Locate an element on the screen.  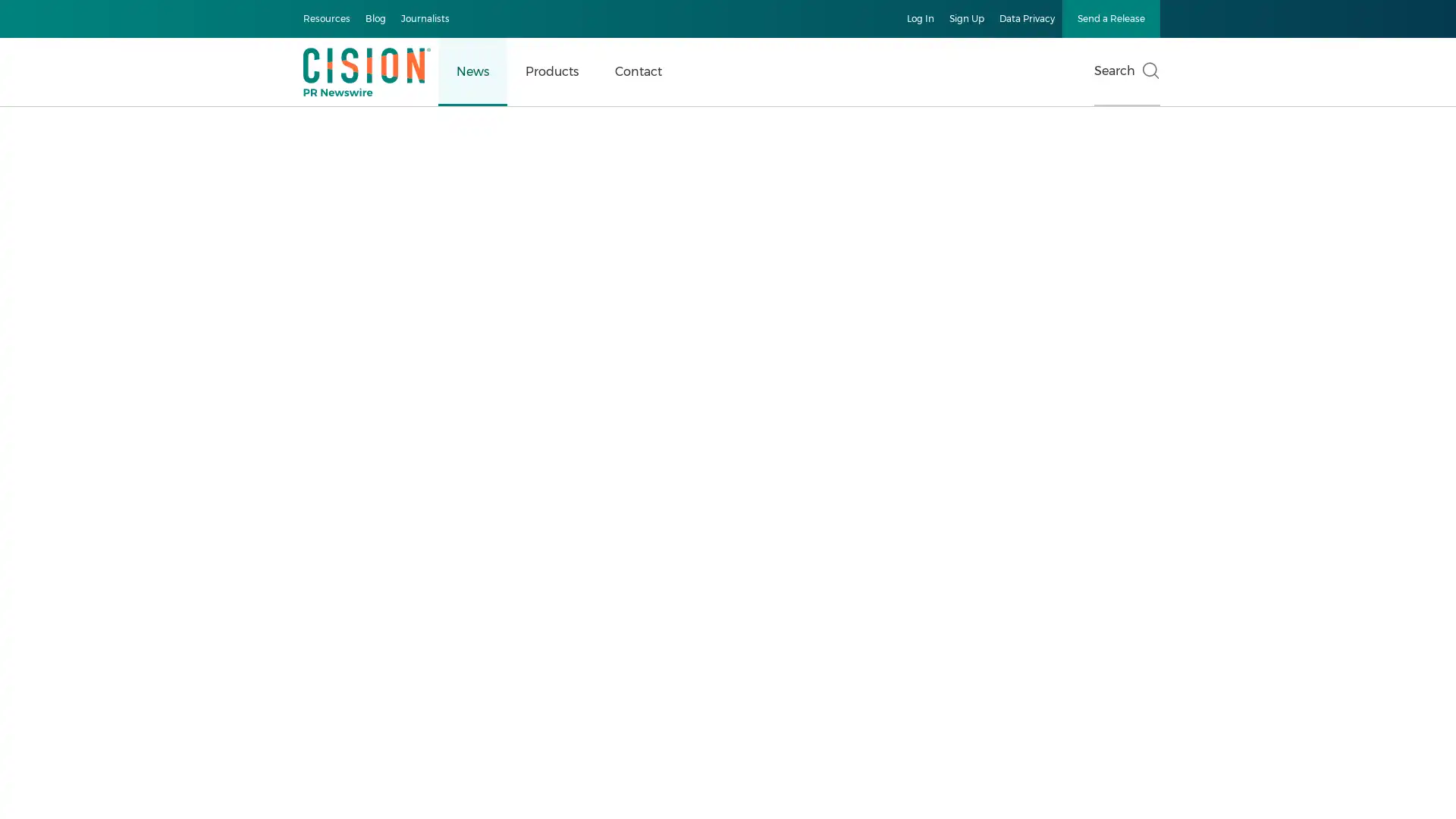
Search is located at coordinates (1127, 72).